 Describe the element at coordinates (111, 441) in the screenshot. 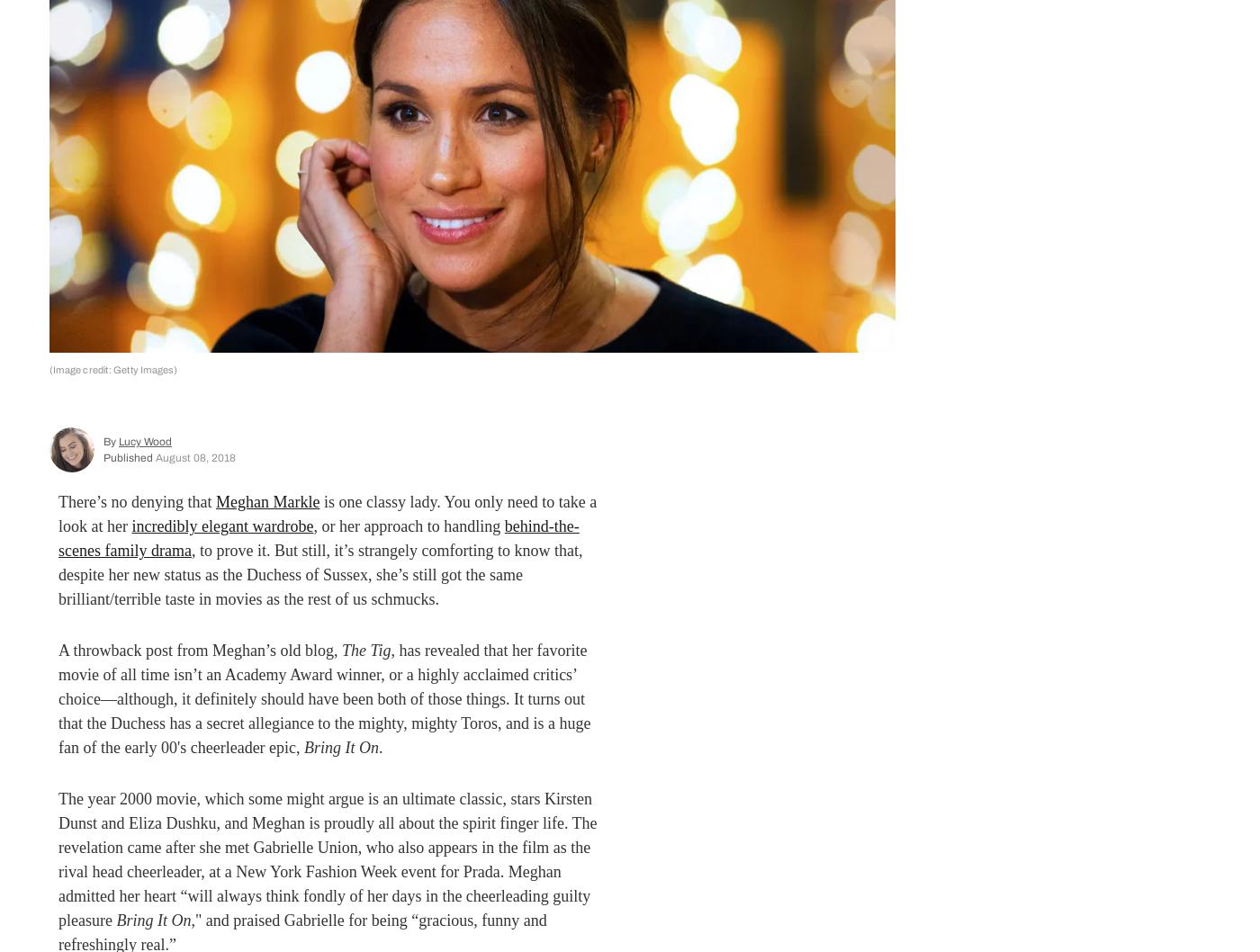

I see `'By'` at that location.